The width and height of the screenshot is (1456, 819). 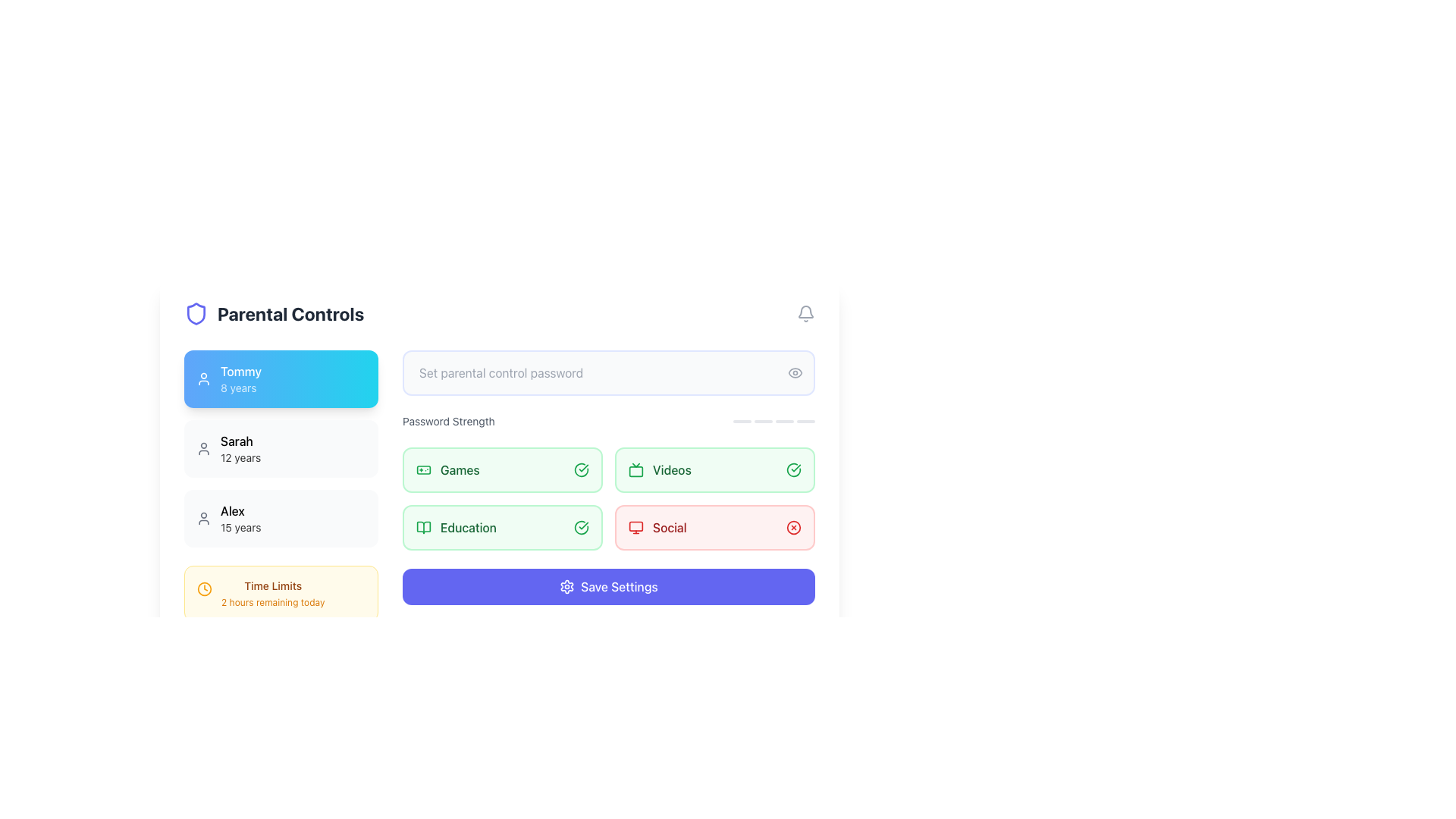 I want to click on the second button in the grid layout related to video settings, located to the right of the 'Games' button and above the 'Social' button, so click(x=714, y=469).